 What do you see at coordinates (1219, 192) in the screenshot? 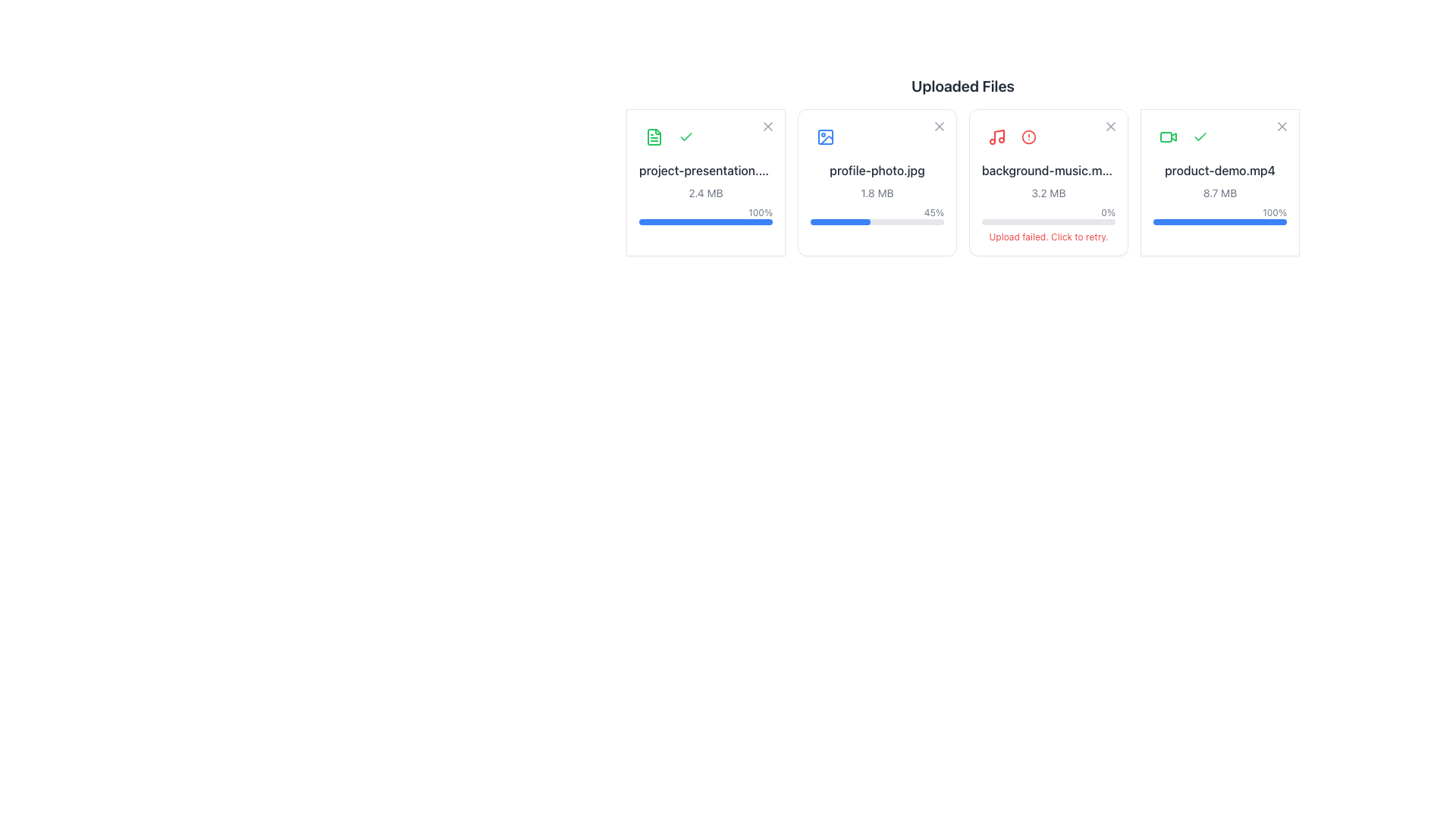
I see `size information from the text label that displays the size of the uploaded file, located on the rightmost file card in the 'Uploaded Files' section, below the filename 'product-demo.mp4'` at bounding box center [1219, 192].